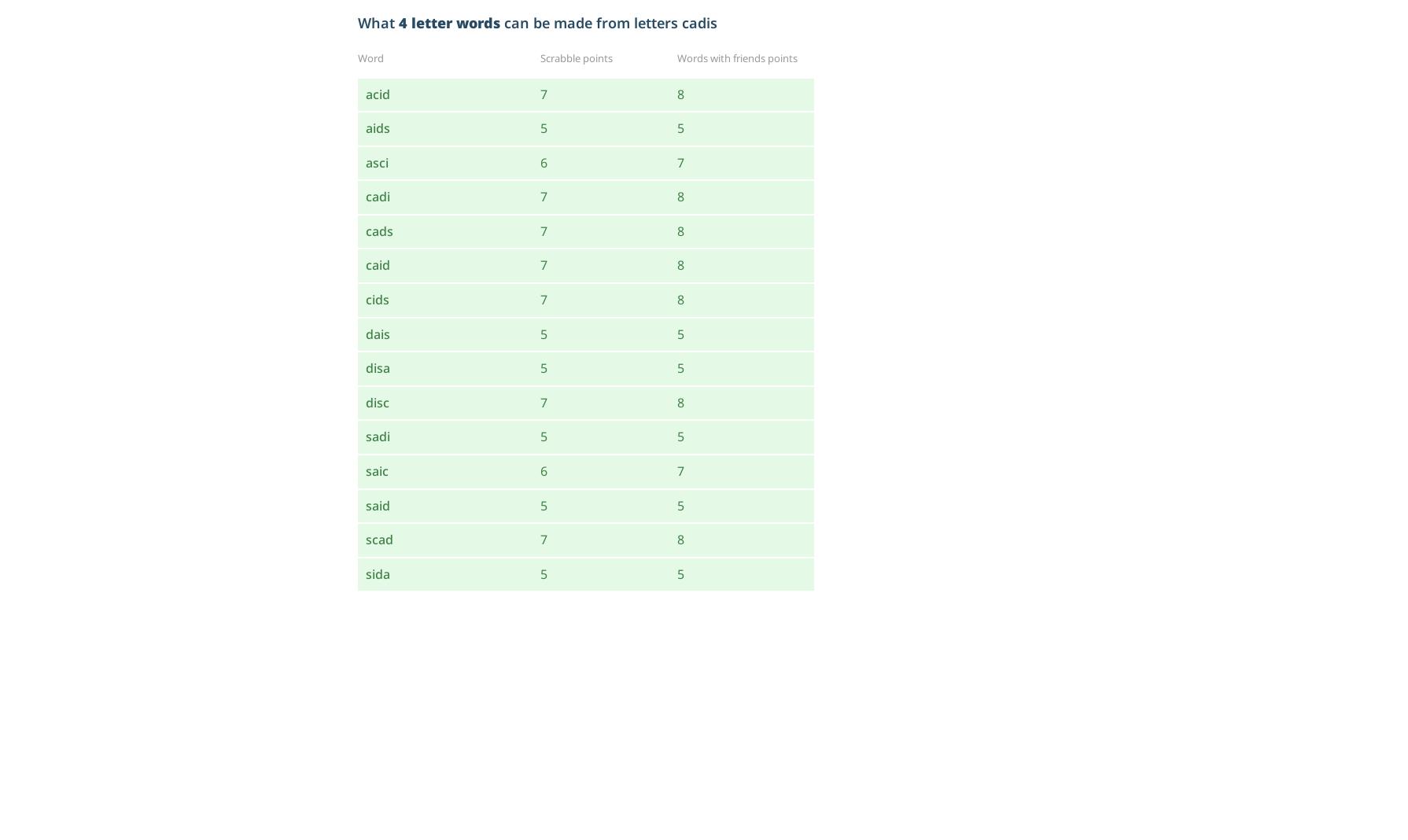  Describe the element at coordinates (607, 22) in the screenshot. I see `'can be made from letters cadis'` at that location.